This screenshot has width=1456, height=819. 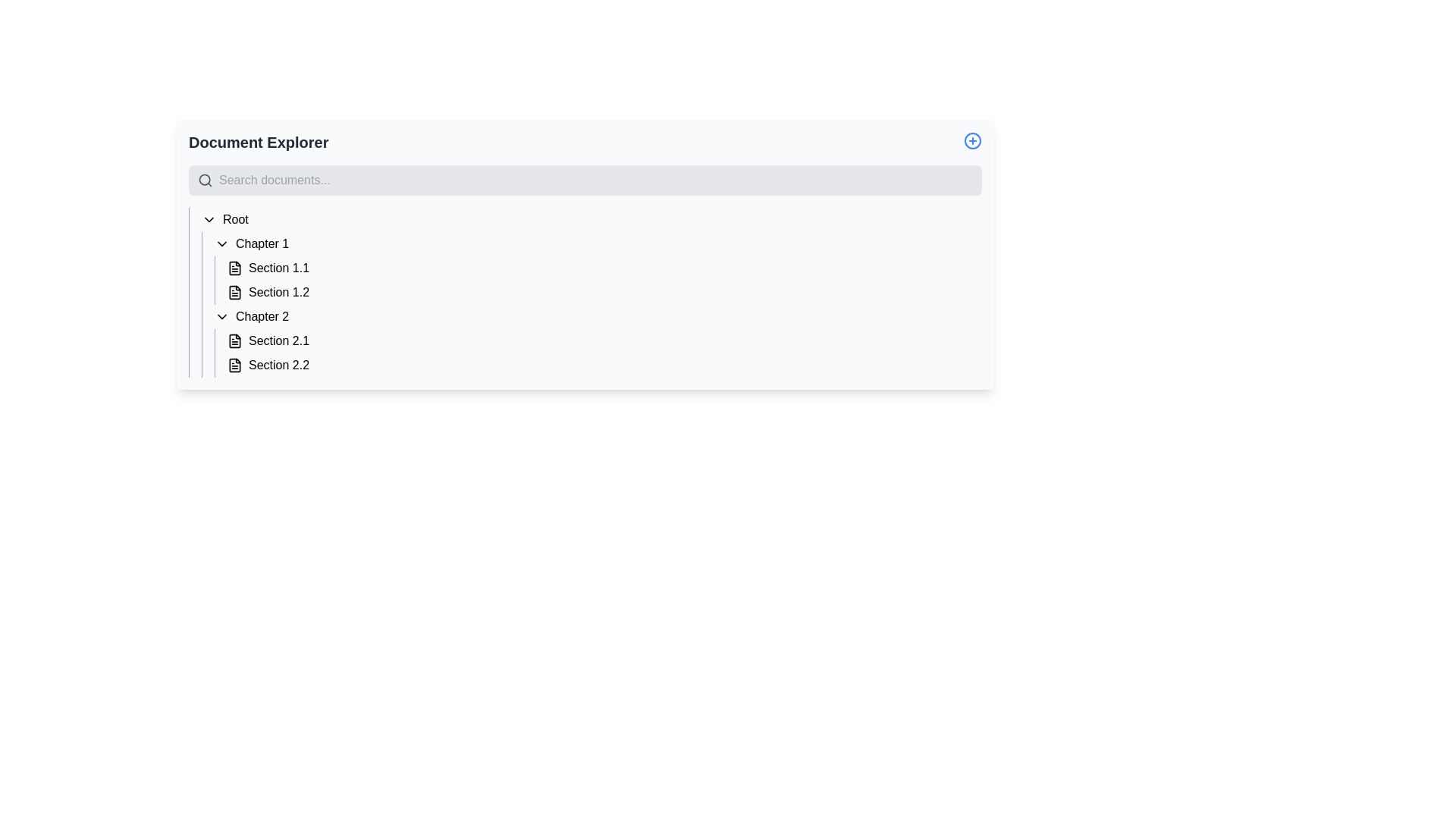 I want to click on the blue circular plus icon located at the top-right corner of the 'Document Explorer' header, so click(x=972, y=140).